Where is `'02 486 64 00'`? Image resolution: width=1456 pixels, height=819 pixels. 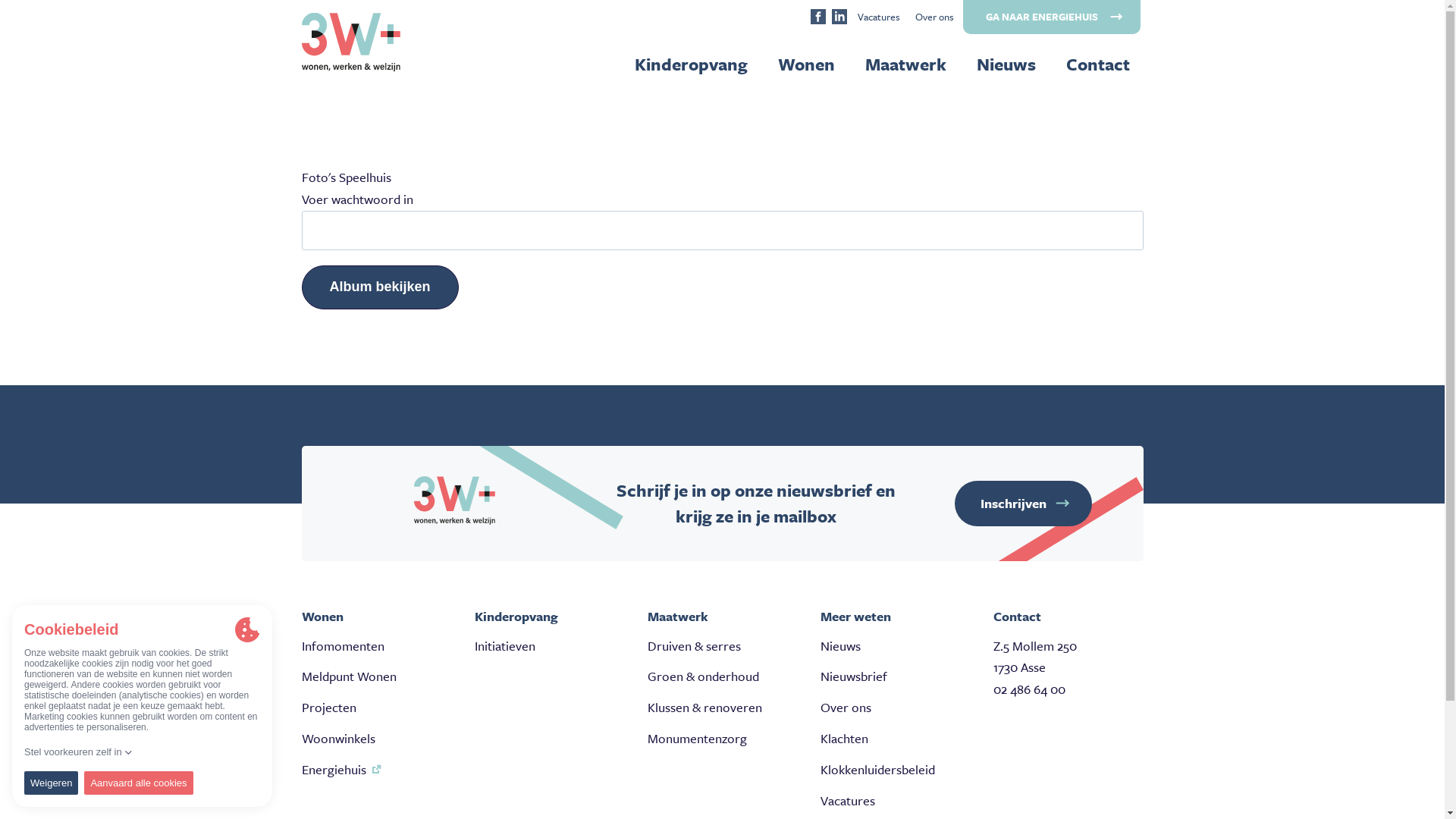
'02 486 64 00' is located at coordinates (1029, 689).